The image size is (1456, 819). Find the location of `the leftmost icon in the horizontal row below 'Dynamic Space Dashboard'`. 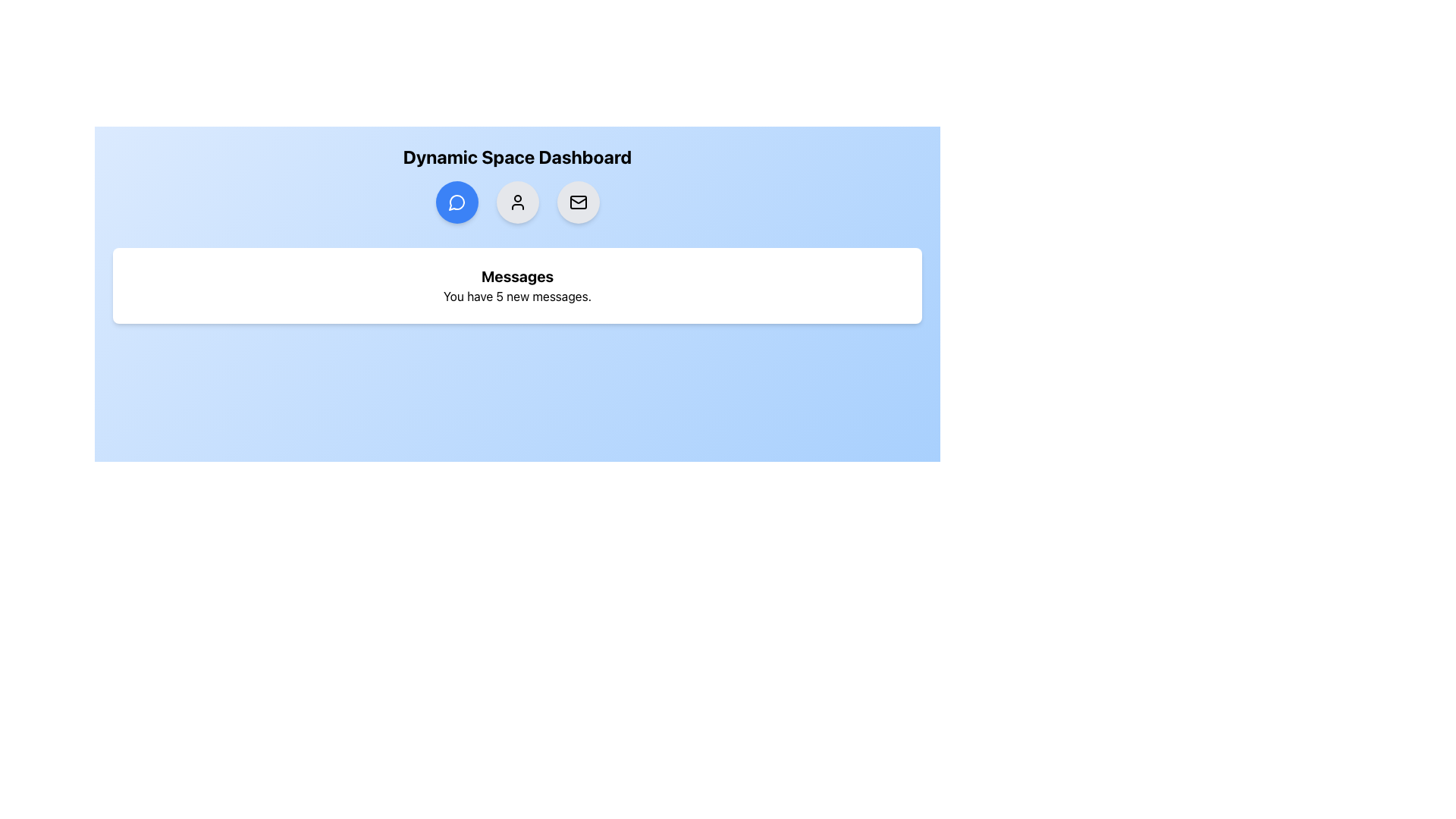

the leftmost icon in the horizontal row below 'Dynamic Space Dashboard' is located at coordinates (455, 201).